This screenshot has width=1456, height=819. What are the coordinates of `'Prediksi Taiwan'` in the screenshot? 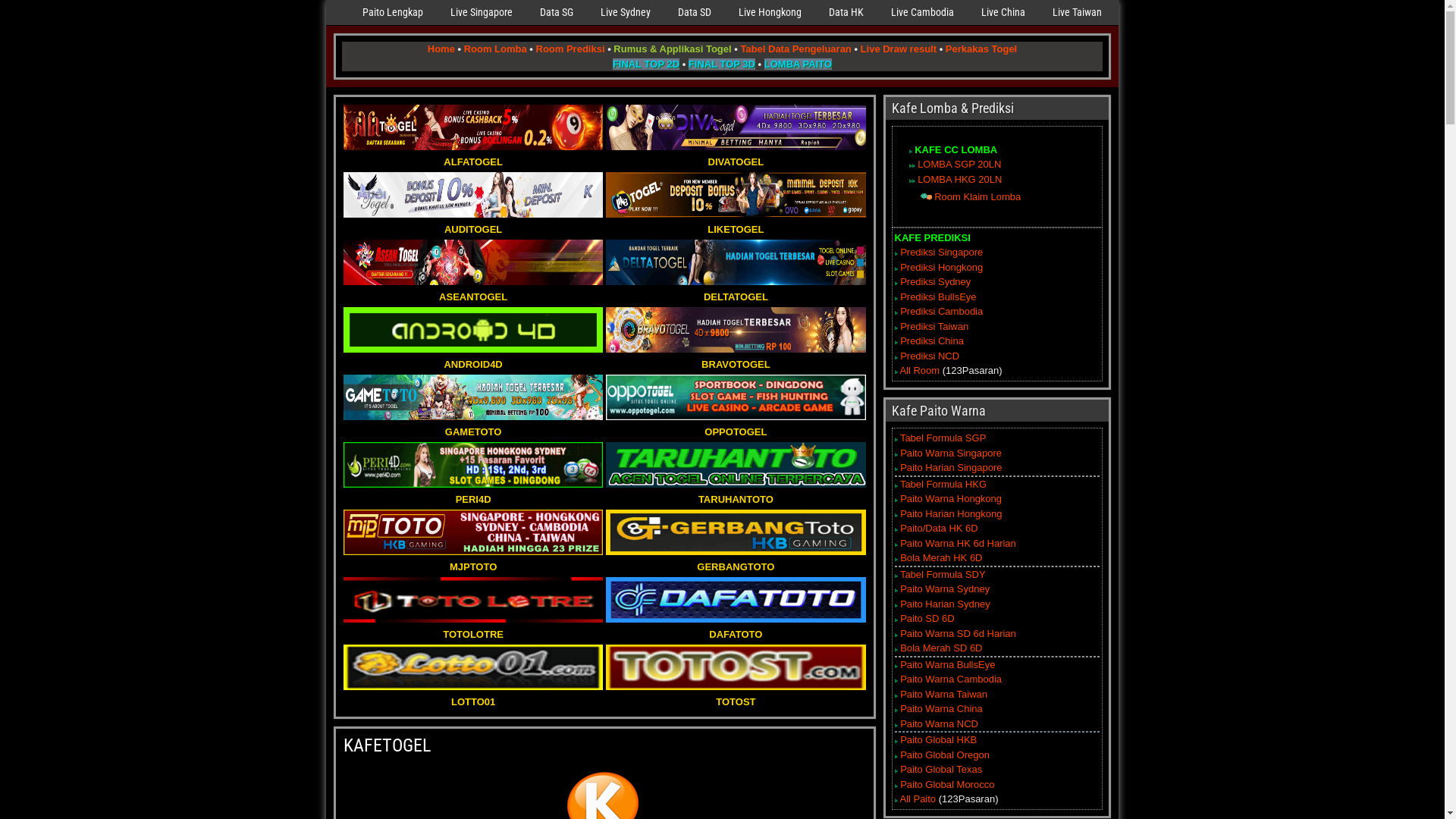 It's located at (899, 325).